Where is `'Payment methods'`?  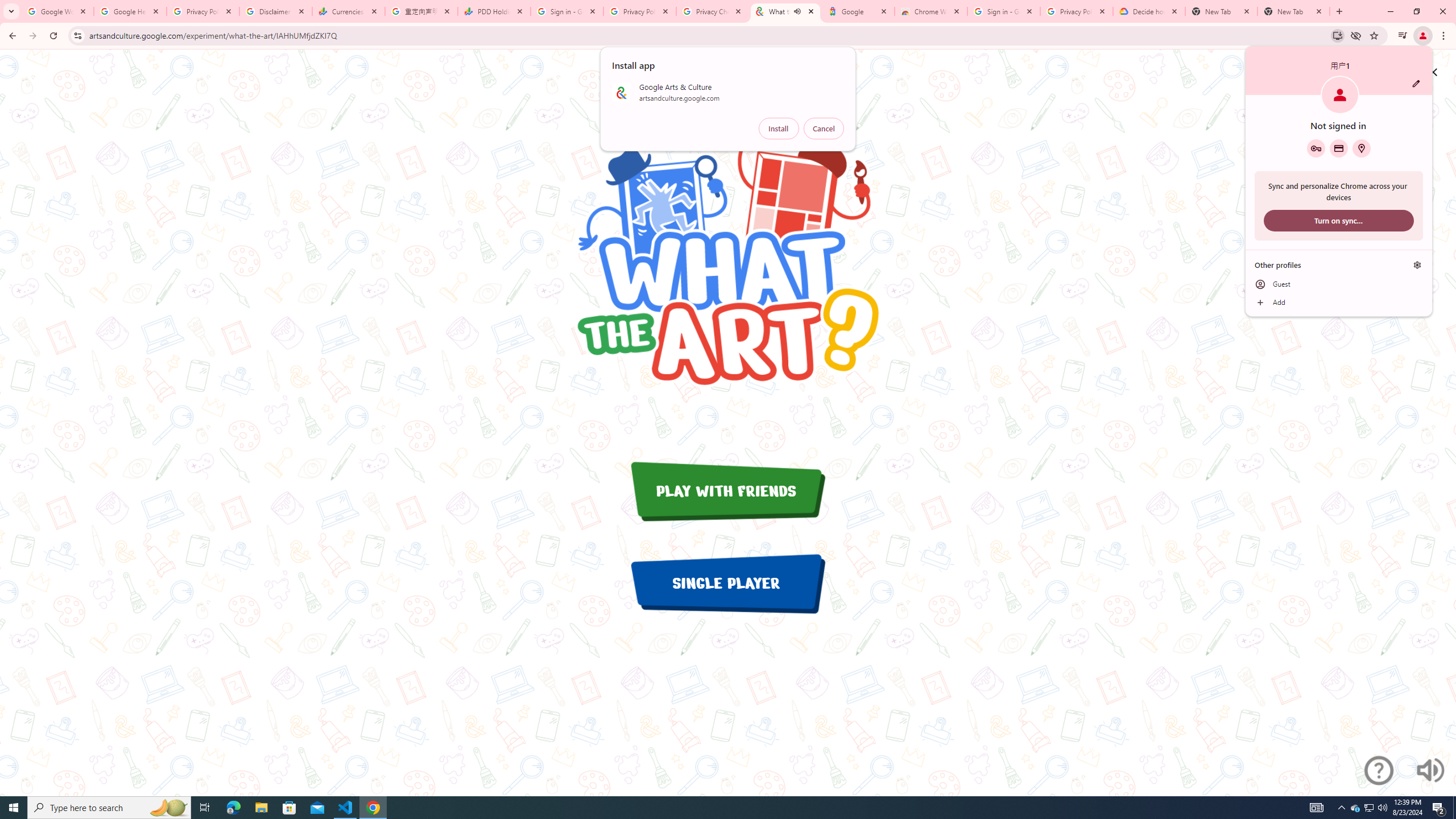 'Payment methods' is located at coordinates (1338, 148).